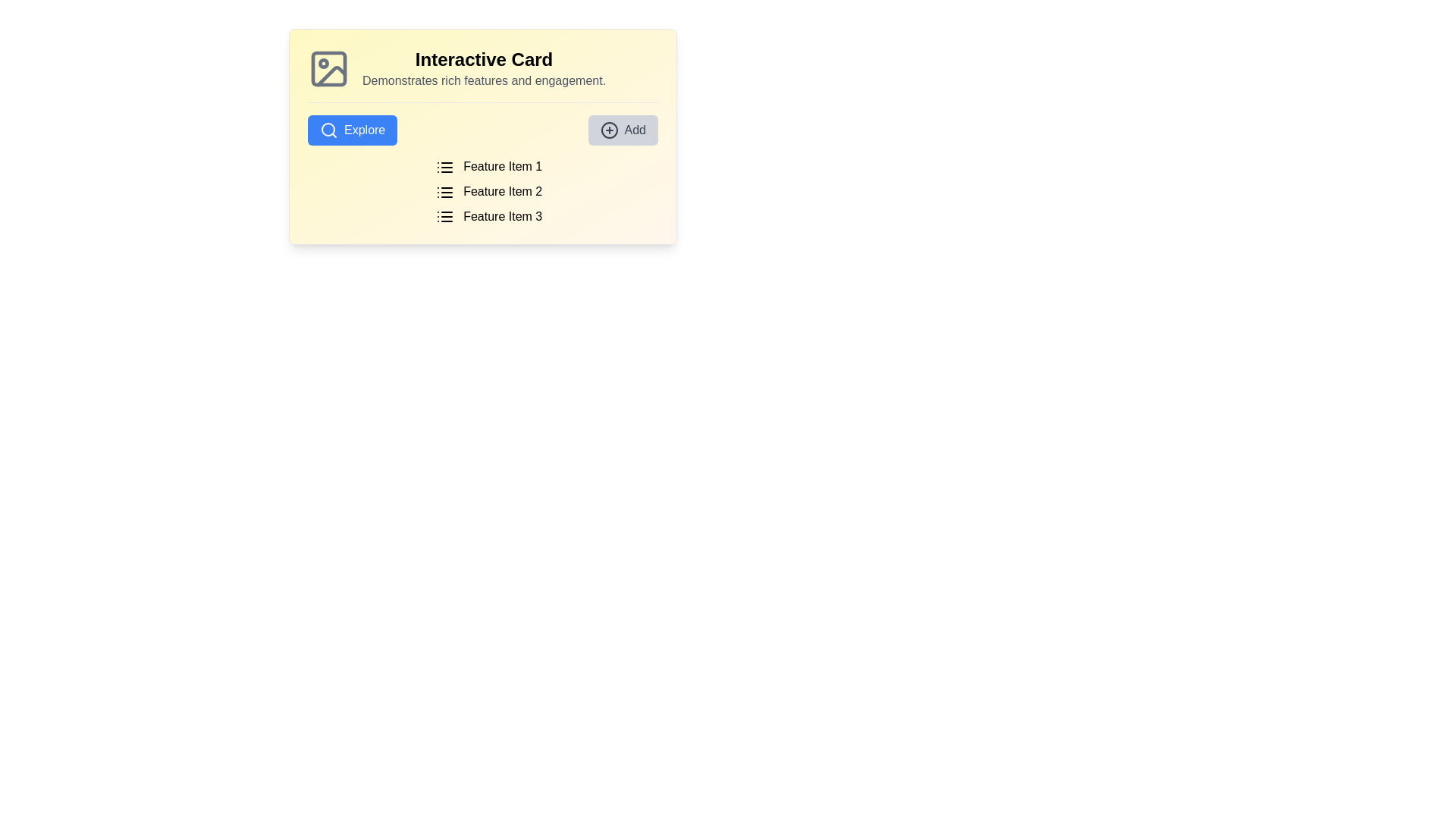 This screenshot has width=1456, height=819. I want to click on icon of the Text Label with Preceding Icon located in the second position of the vertical list under the 'Interactive Card', so click(488, 191).